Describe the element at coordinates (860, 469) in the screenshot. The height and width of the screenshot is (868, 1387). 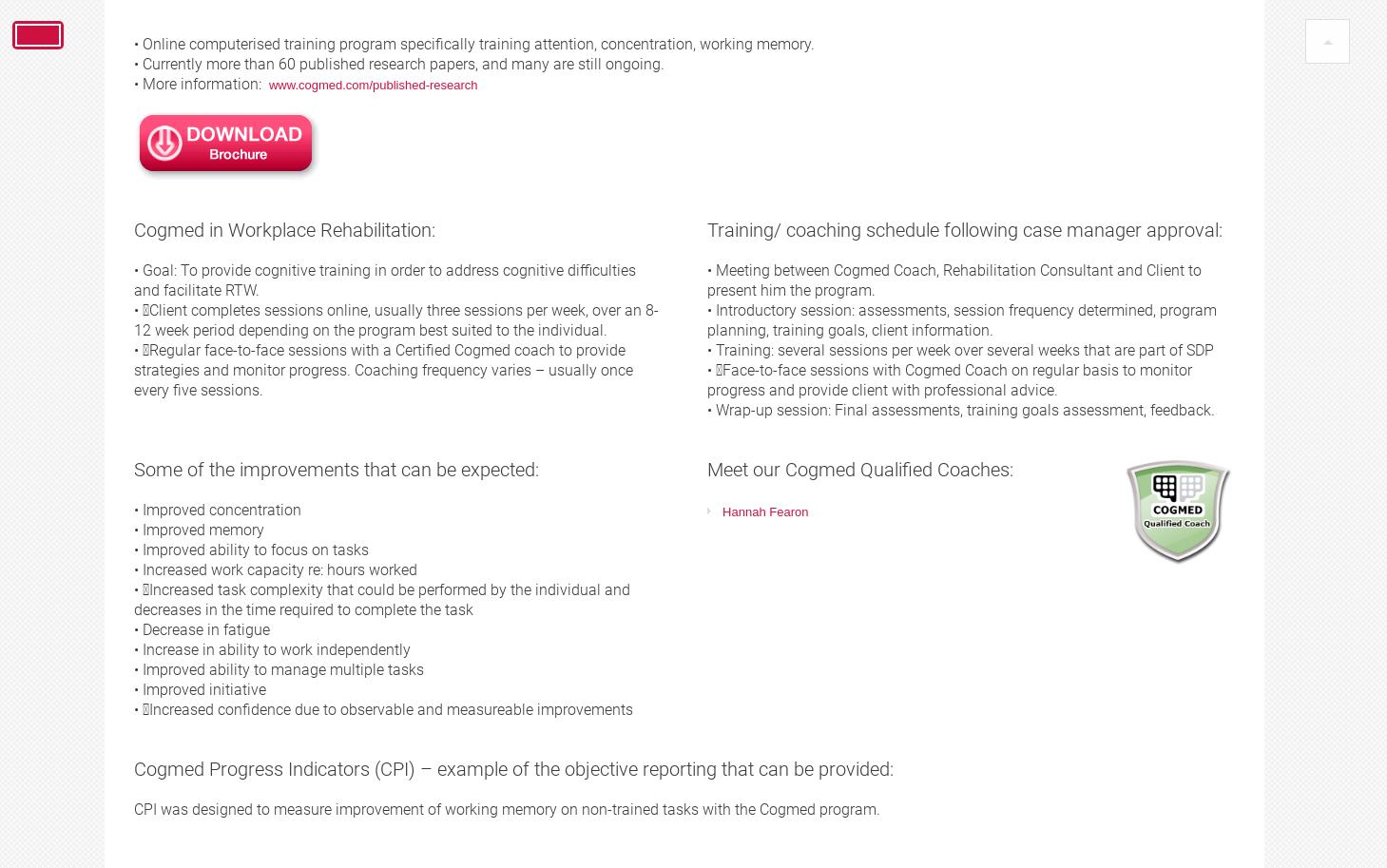
I see `'Meet our Cogmed Qualified Coaches:'` at that location.